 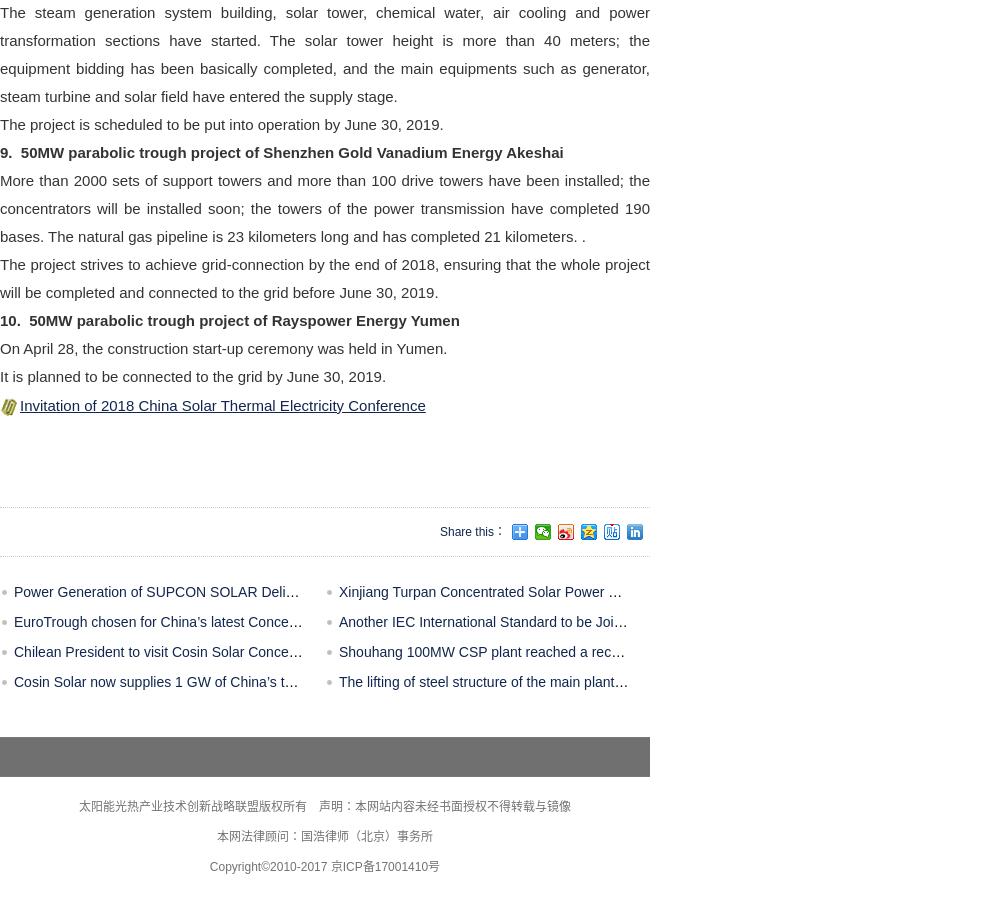 I want to click on 'The project is scheduled to be put into operation by June 30, 2019.', so click(x=220, y=122).